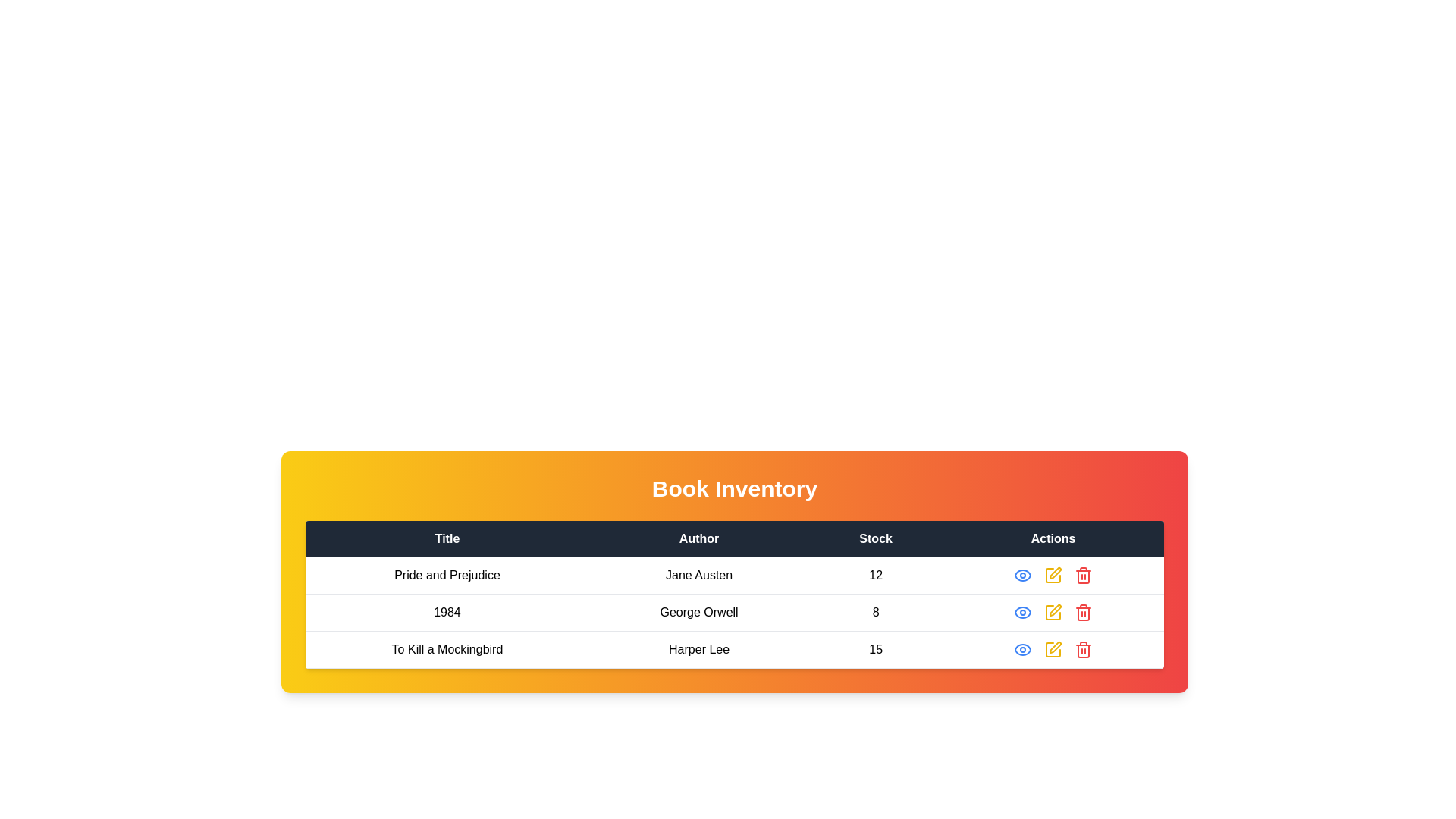 This screenshot has width=1456, height=819. What do you see at coordinates (1022, 611) in the screenshot?
I see `the eye icon located in the first position of the 'Actions' column in the second row of the table to preview details` at bounding box center [1022, 611].